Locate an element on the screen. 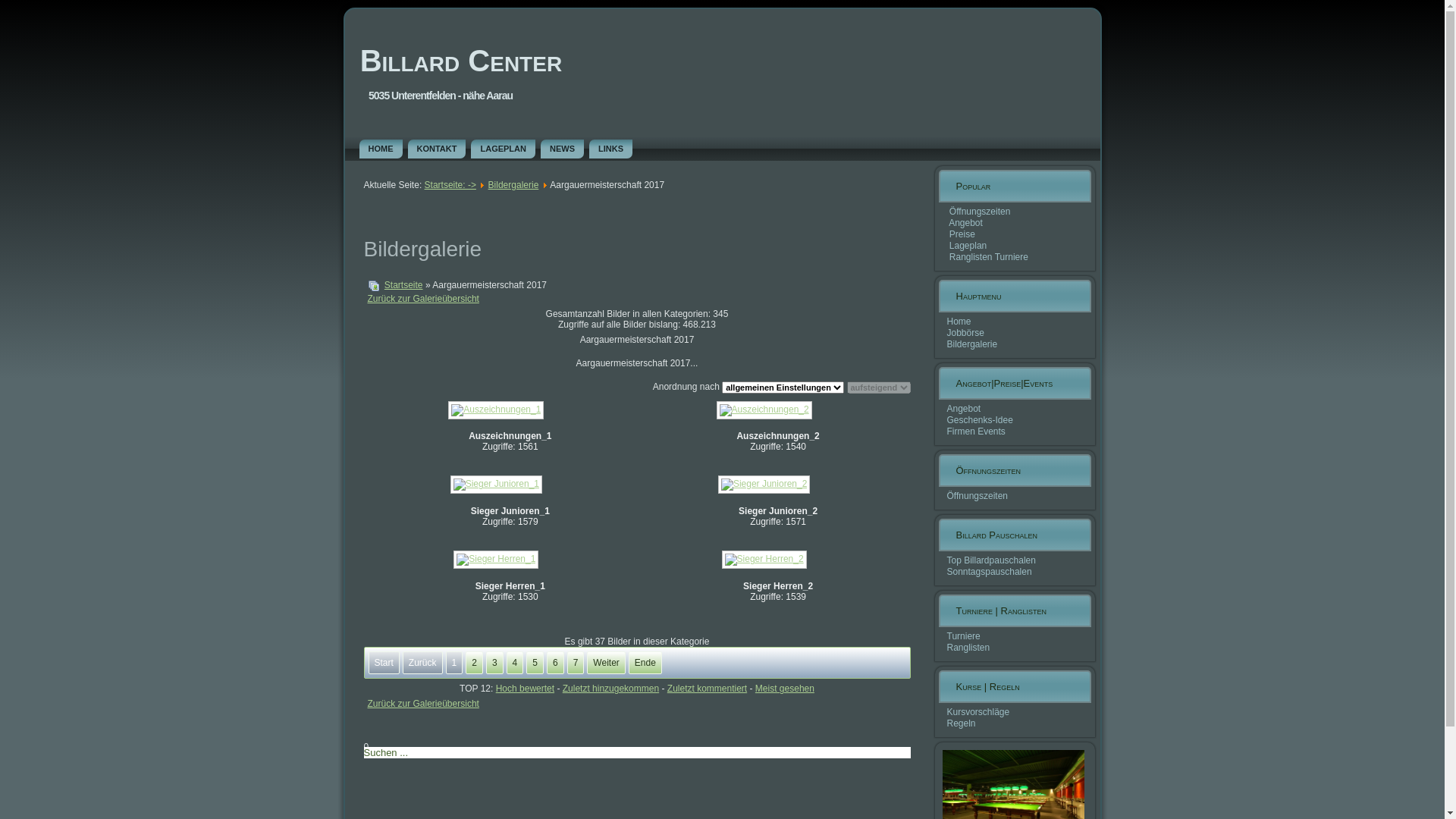  'KONTAKT' is located at coordinates (436, 149).